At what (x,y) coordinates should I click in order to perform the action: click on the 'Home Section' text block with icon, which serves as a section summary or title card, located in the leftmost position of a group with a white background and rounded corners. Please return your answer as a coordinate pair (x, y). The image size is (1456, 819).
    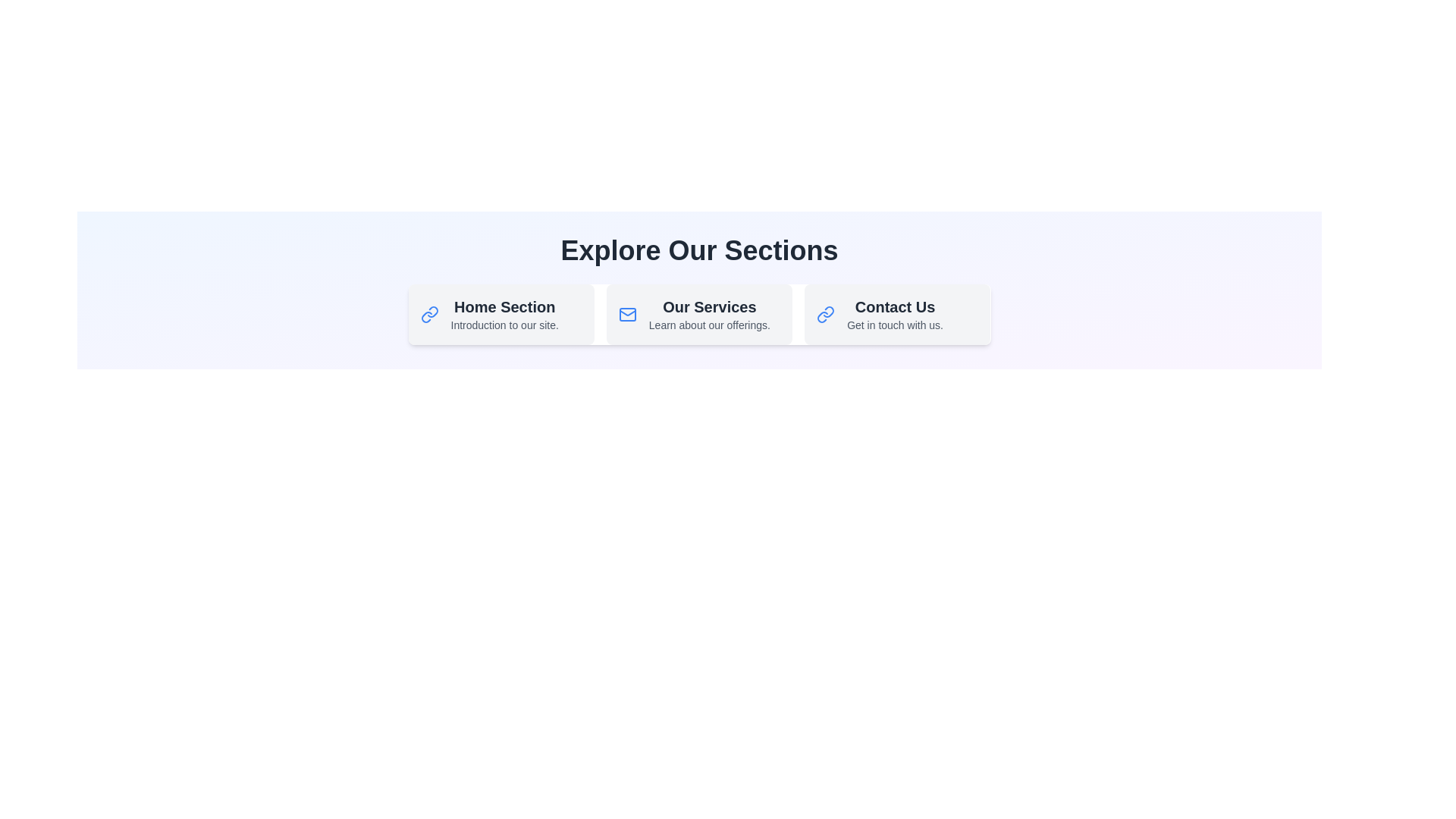
    Looking at the image, I should click on (501, 314).